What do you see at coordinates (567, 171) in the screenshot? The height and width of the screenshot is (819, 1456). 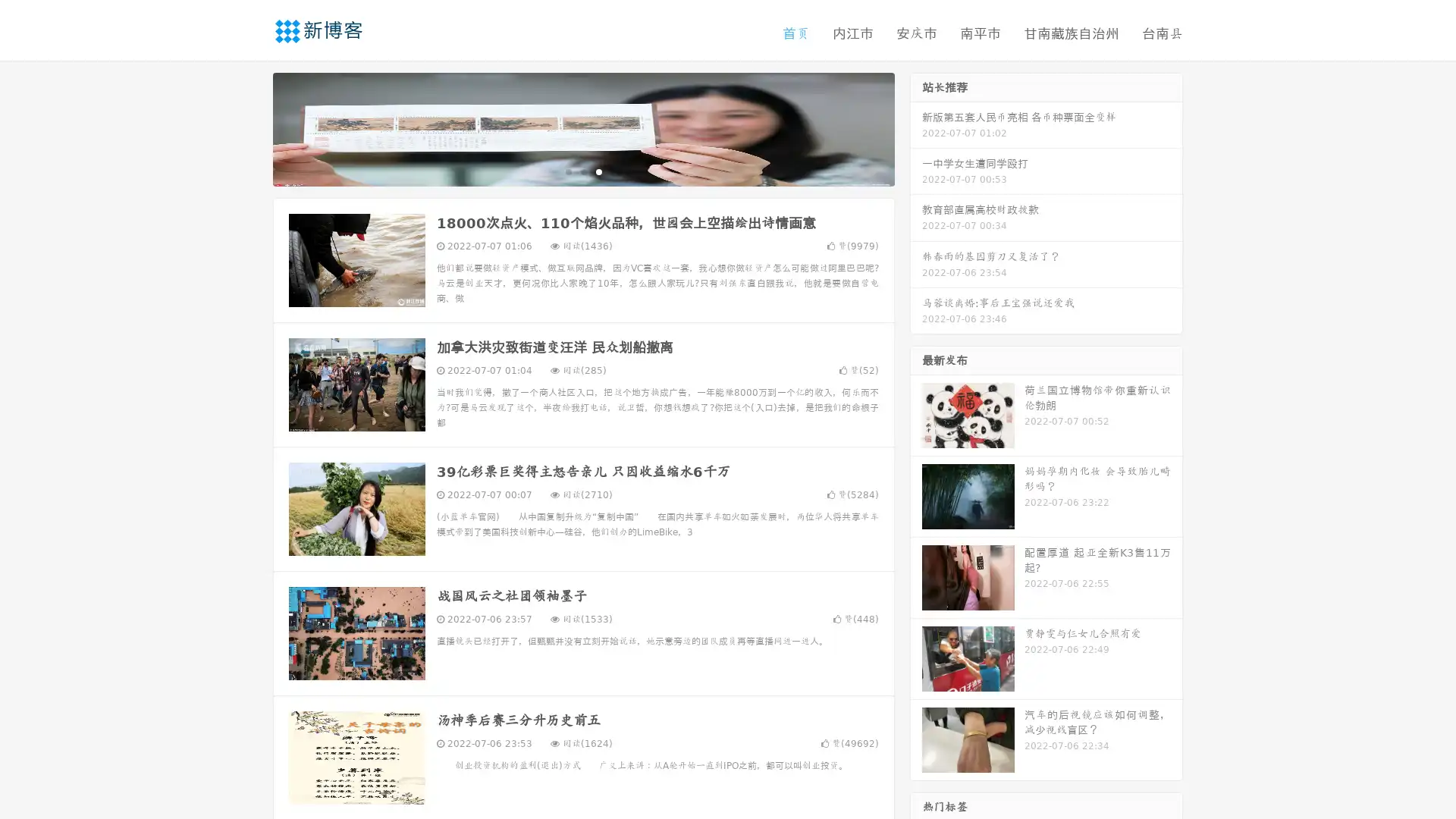 I see `Go to slide 1` at bounding box center [567, 171].